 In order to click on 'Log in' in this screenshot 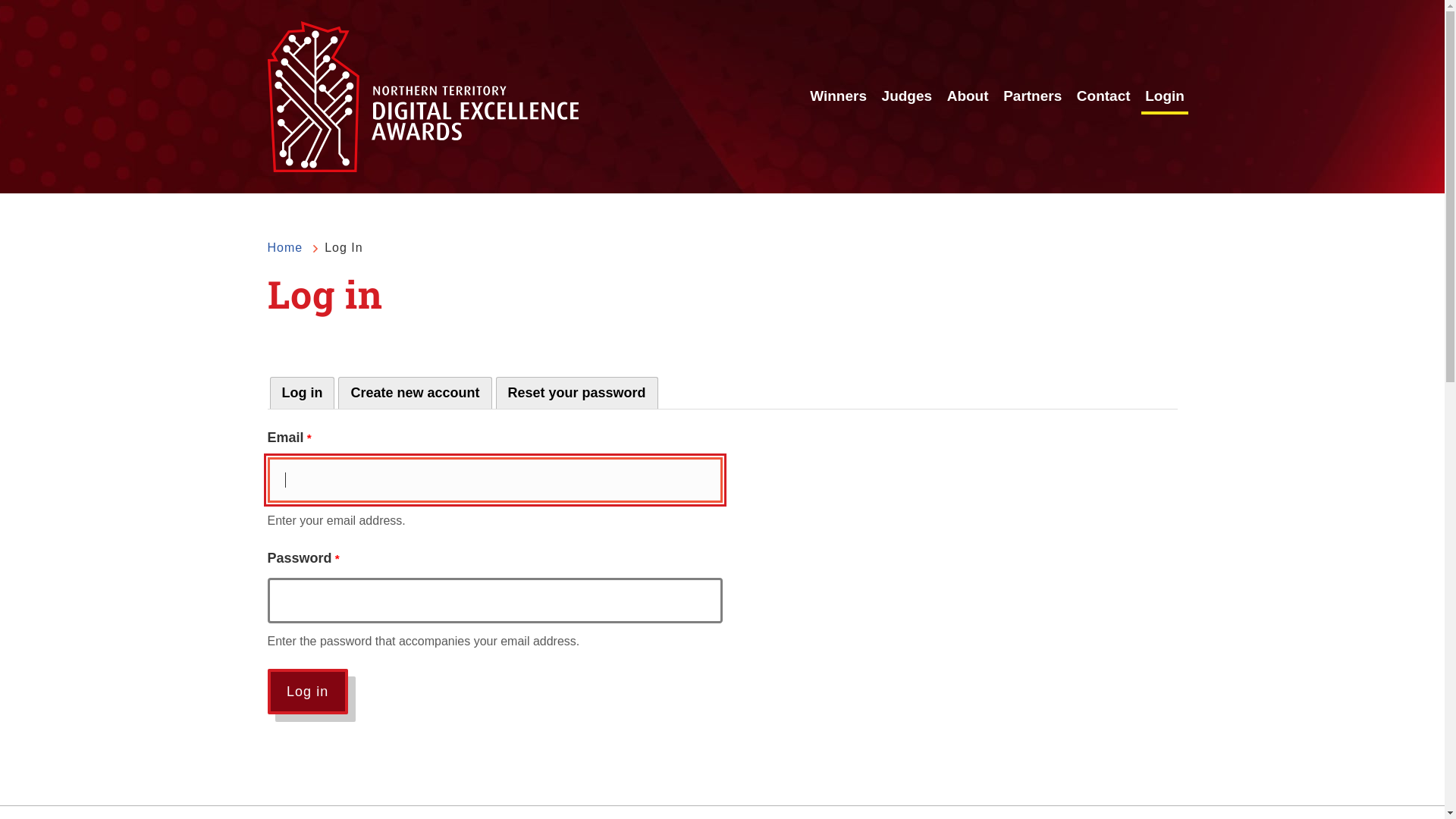, I will do `click(266, 691)`.